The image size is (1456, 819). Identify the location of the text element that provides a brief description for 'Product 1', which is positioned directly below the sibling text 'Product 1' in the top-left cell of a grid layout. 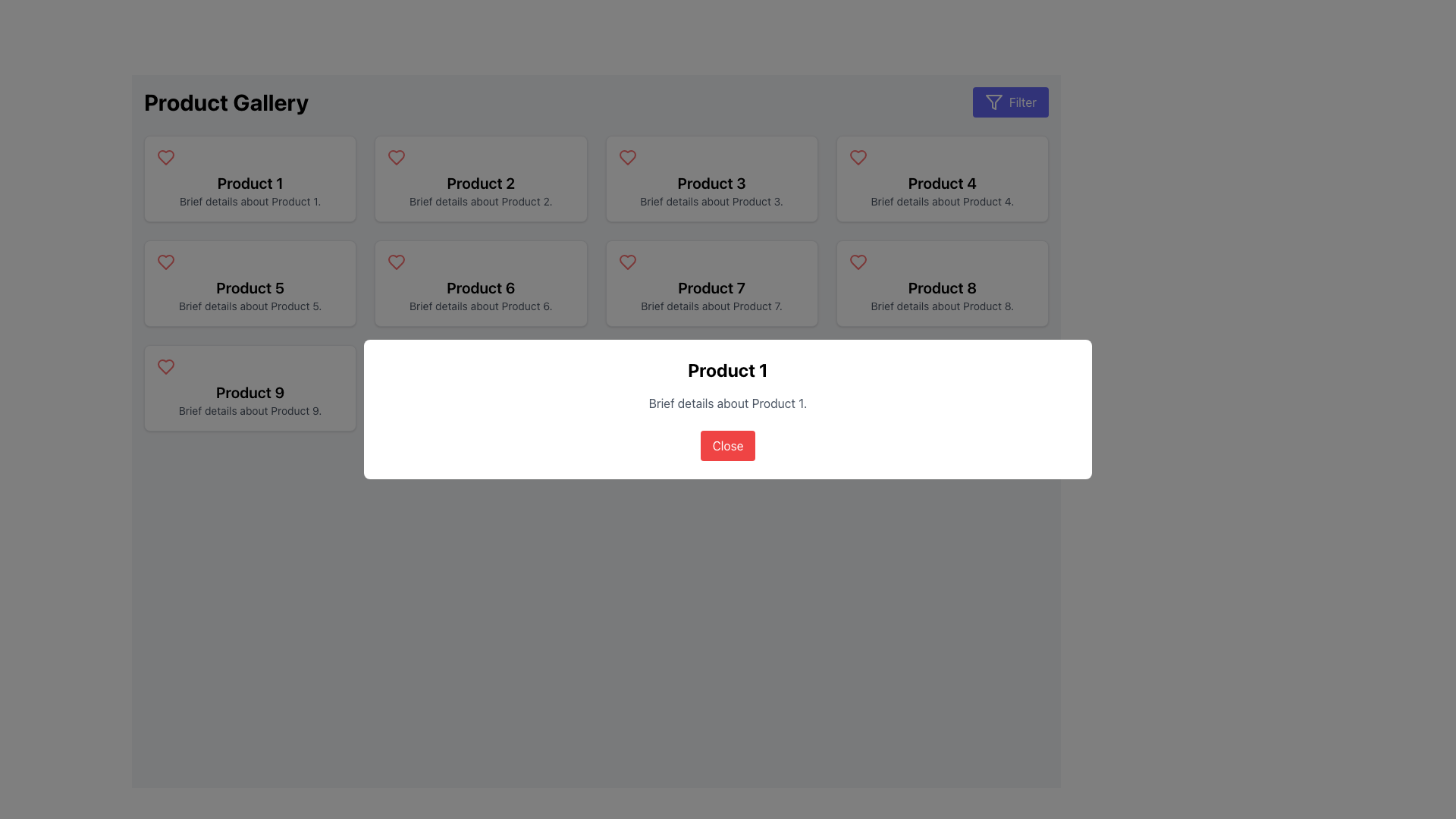
(250, 201).